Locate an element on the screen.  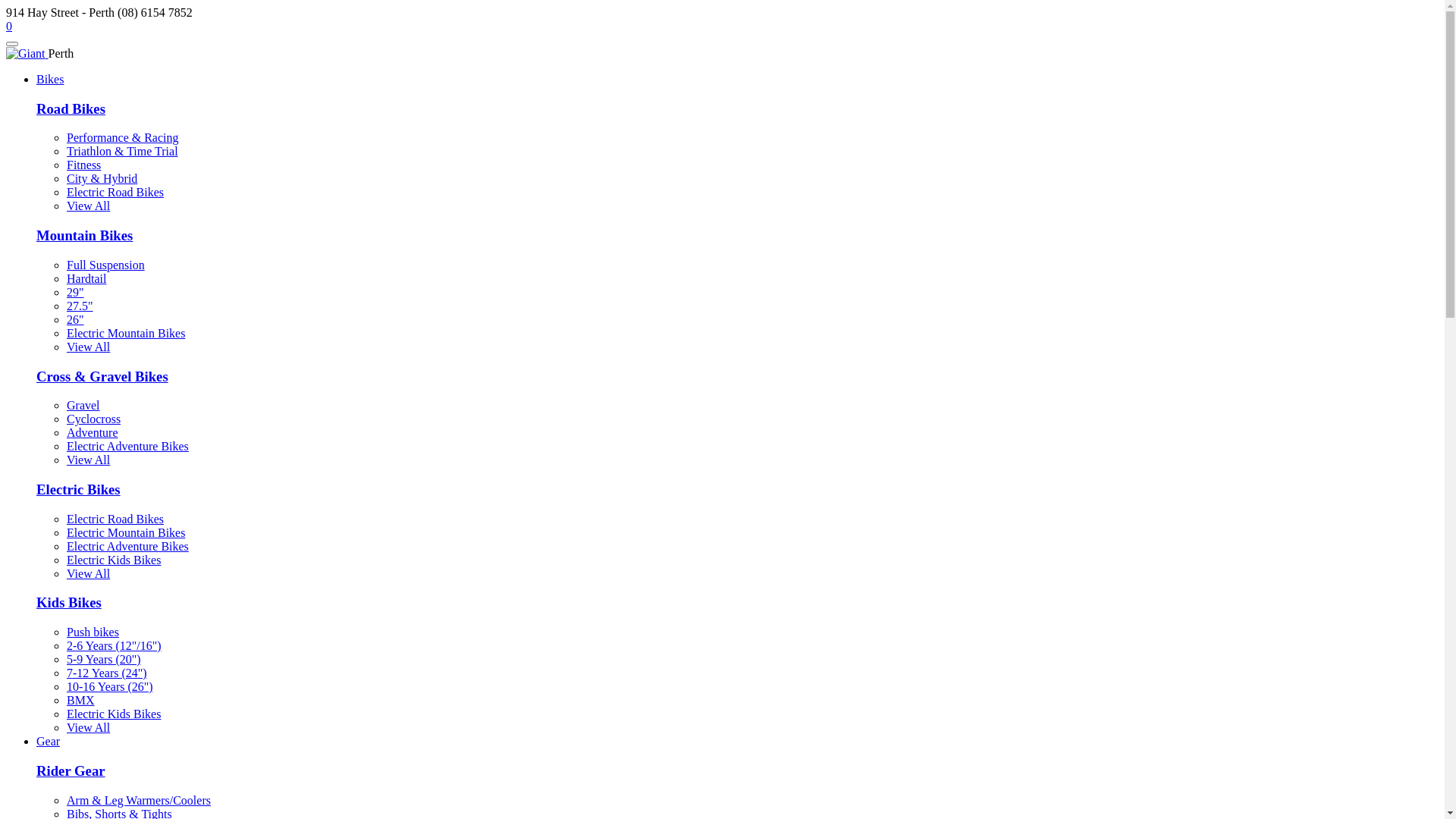
'5-9 Years (20")' is located at coordinates (103, 658).